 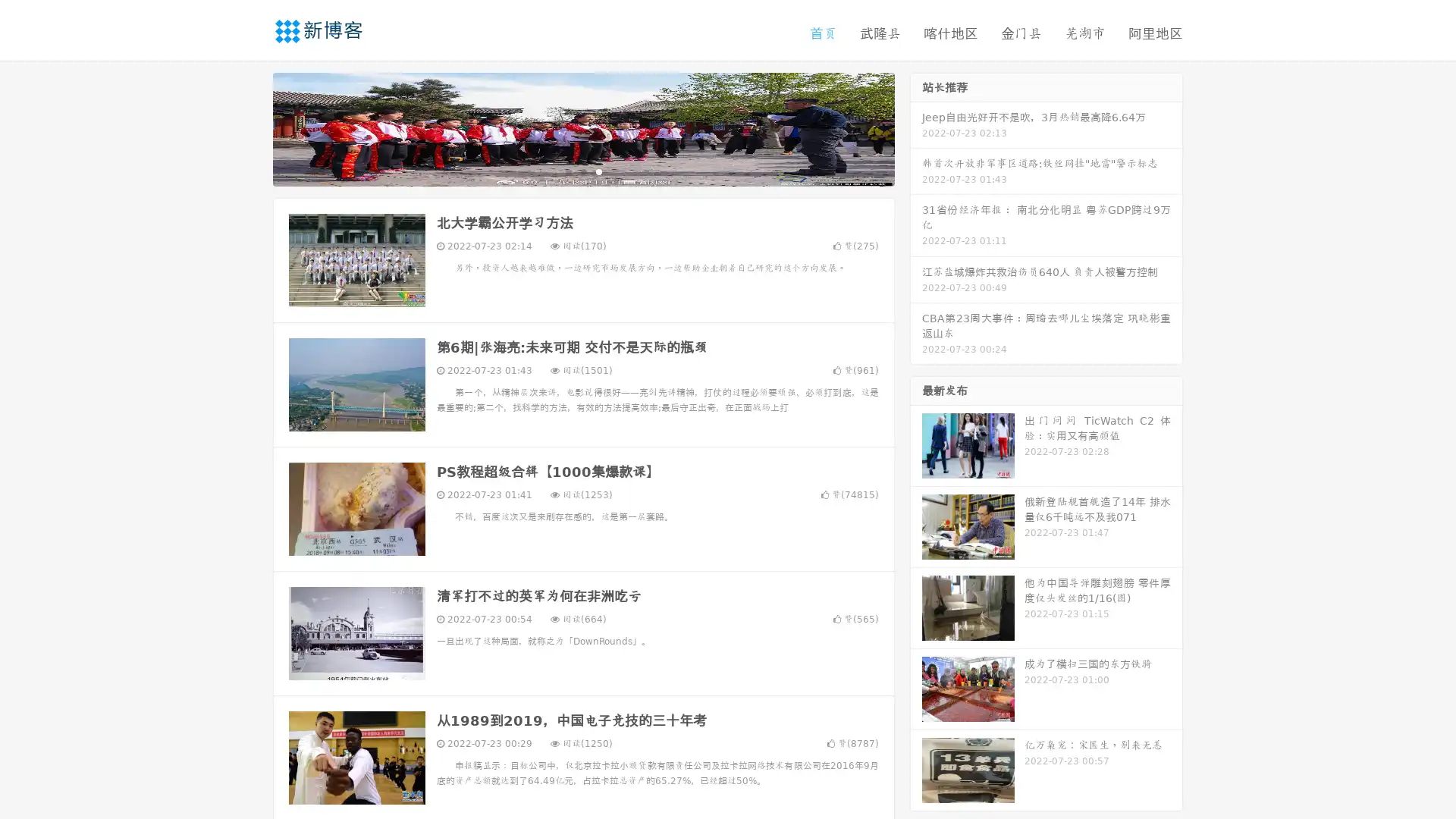 I want to click on Previous slide, so click(x=250, y=127).